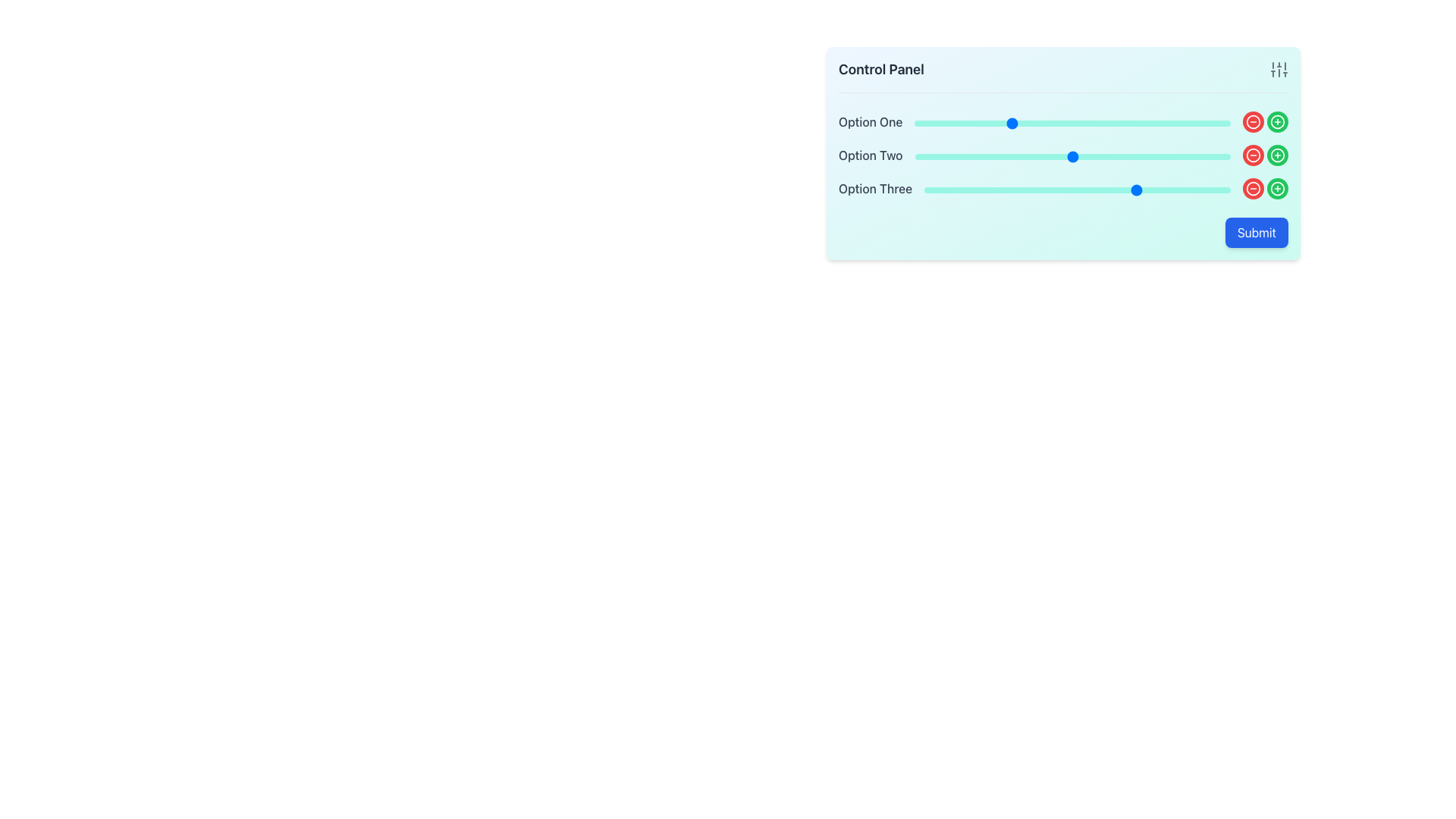 Image resolution: width=1456 pixels, height=819 pixels. What do you see at coordinates (982, 189) in the screenshot?
I see `the slider for 'Option Three'` at bounding box center [982, 189].